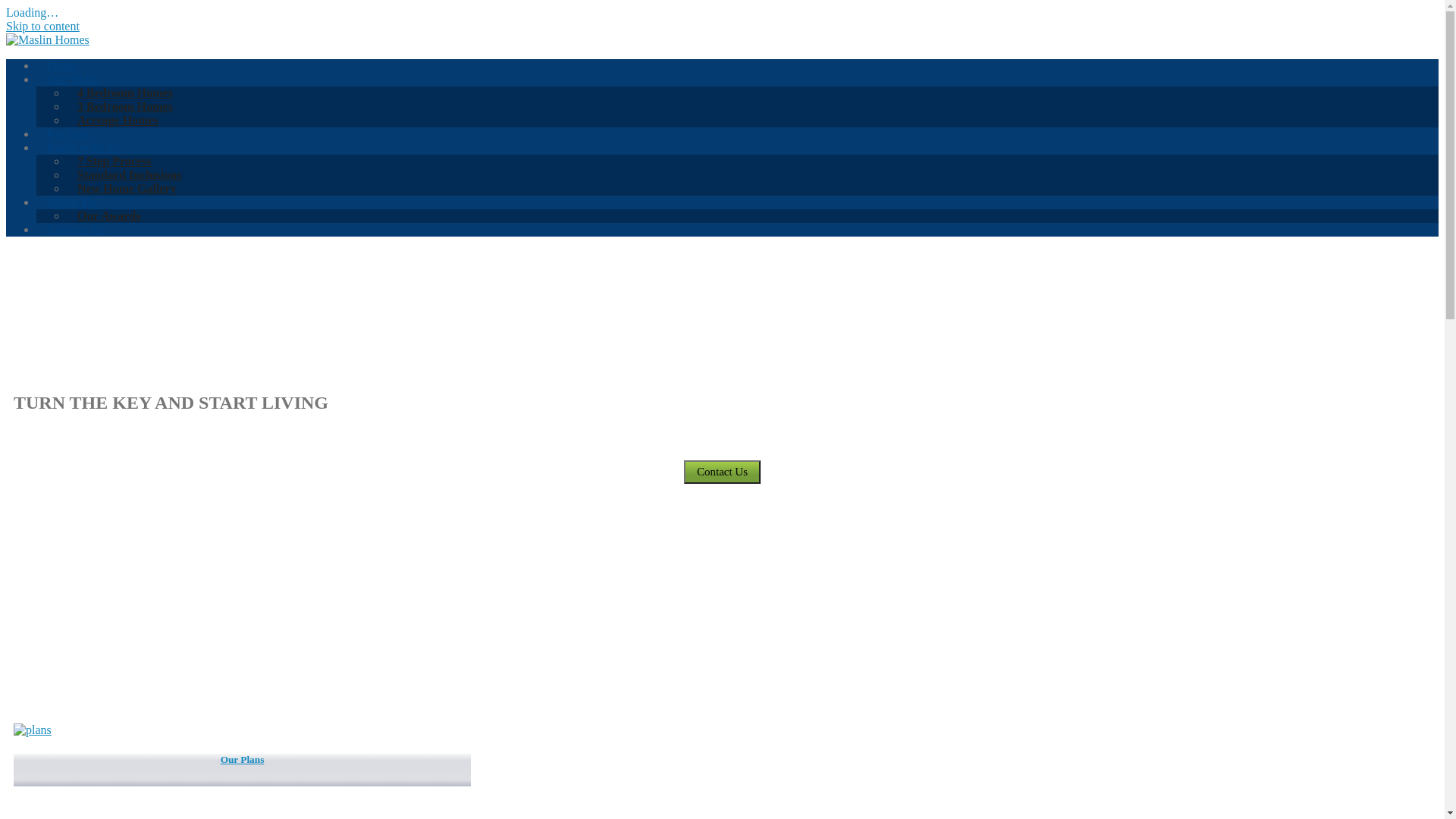 This screenshot has width=1456, height=819. Describe the element at coordinates (42, 26) in the screenshot. I see `'Skip to content'` at that location.